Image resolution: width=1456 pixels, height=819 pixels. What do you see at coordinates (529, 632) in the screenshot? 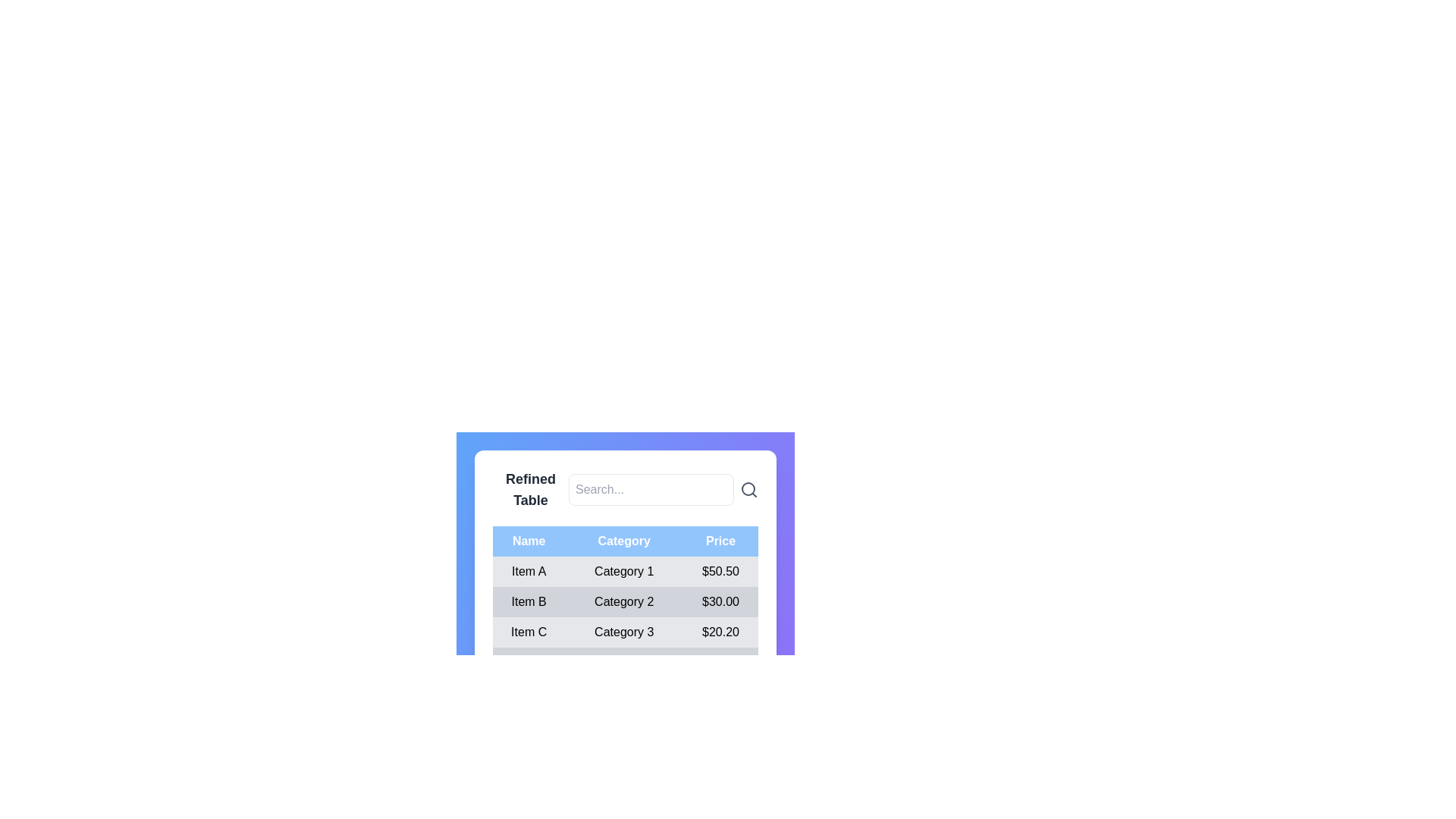
I see `the table cell containing the name 'Item C' located in the first column of the third row of the table` at bounding box center [529, 632].